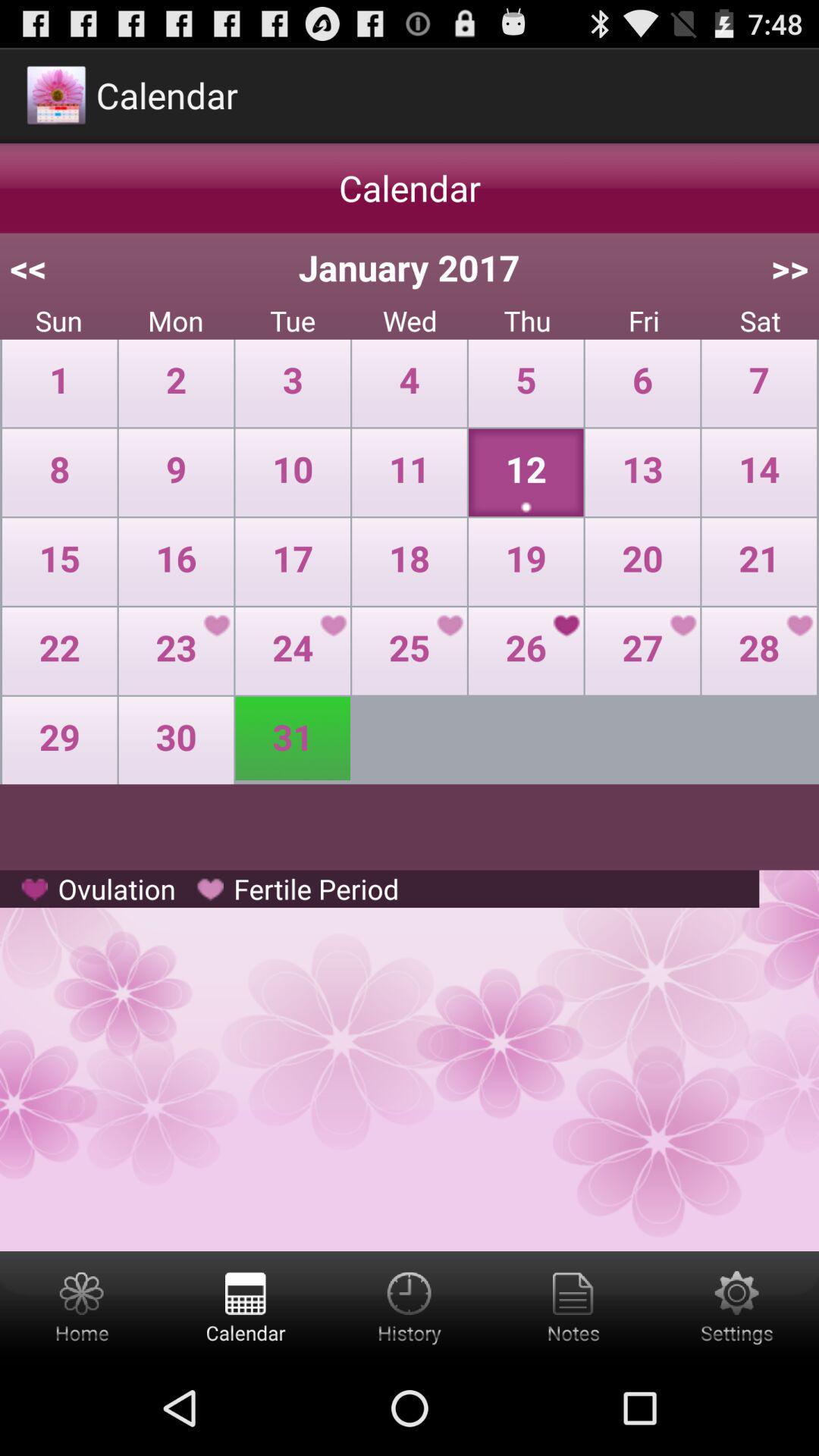 Image resolution: width=819 pixels, height=1456 pixels. I want to click on previous entries, so click(409, 1305).